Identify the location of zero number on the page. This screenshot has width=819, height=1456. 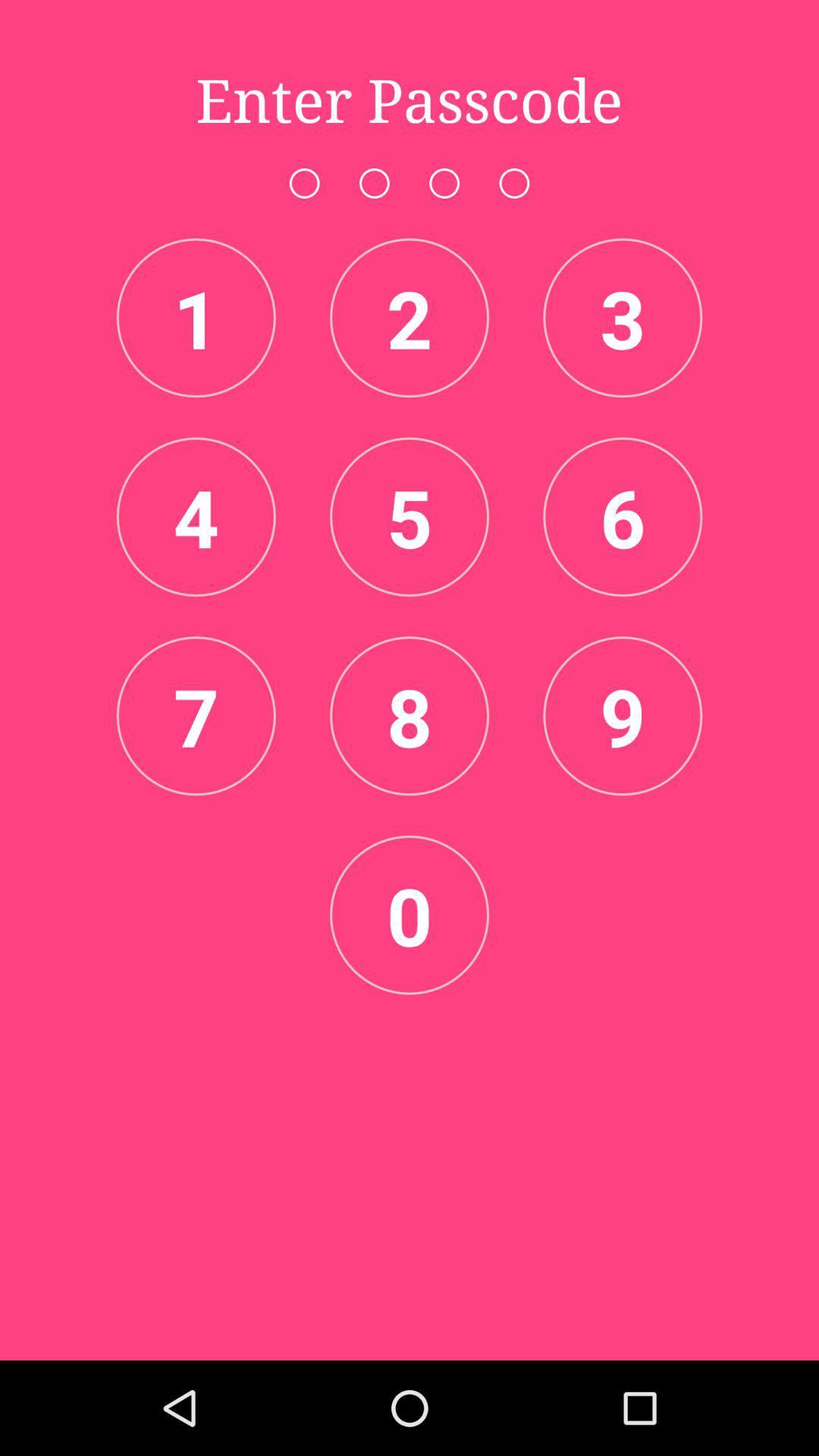
(409, 914).